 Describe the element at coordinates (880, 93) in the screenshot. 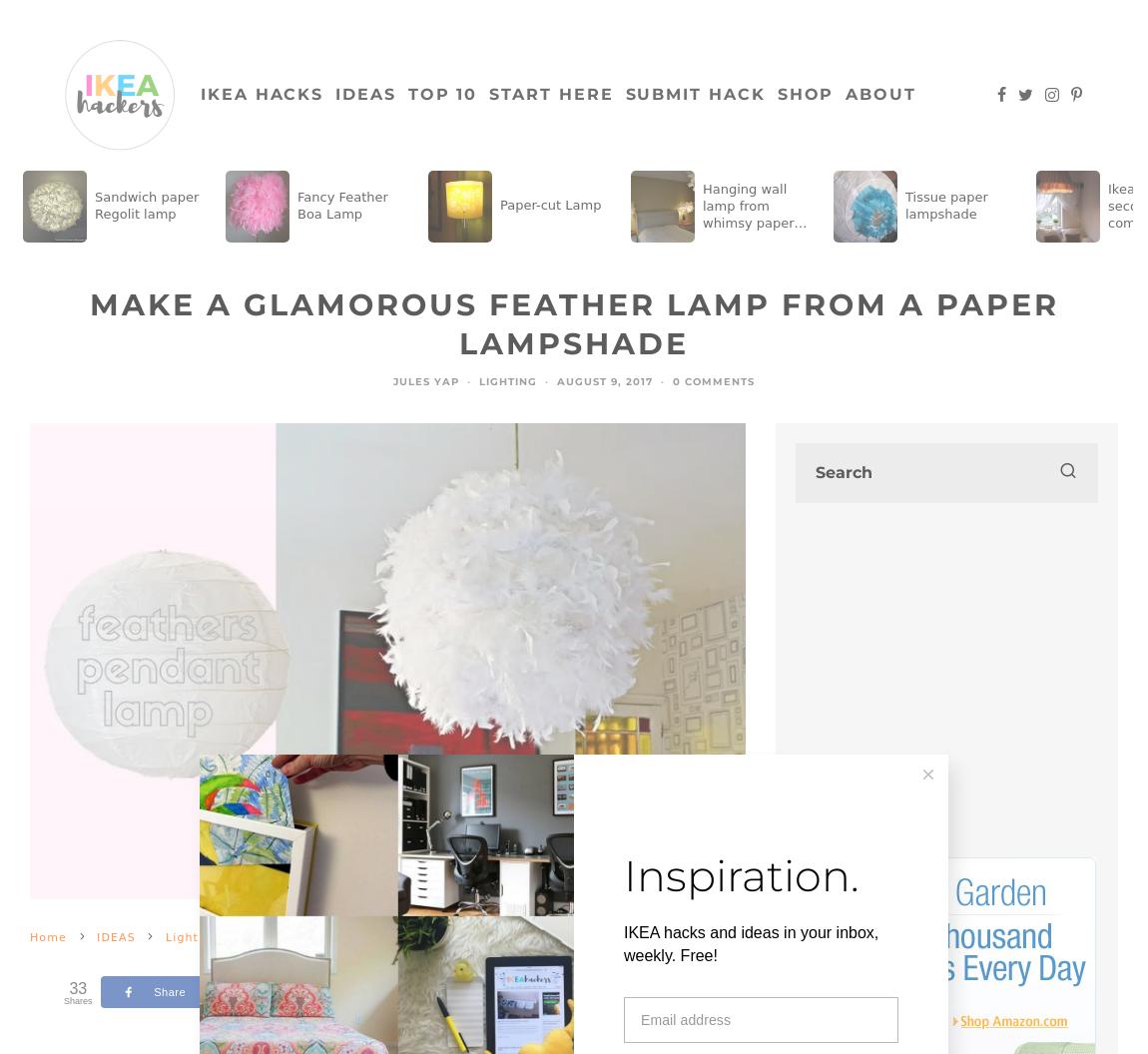

I see `'About'` at that location.